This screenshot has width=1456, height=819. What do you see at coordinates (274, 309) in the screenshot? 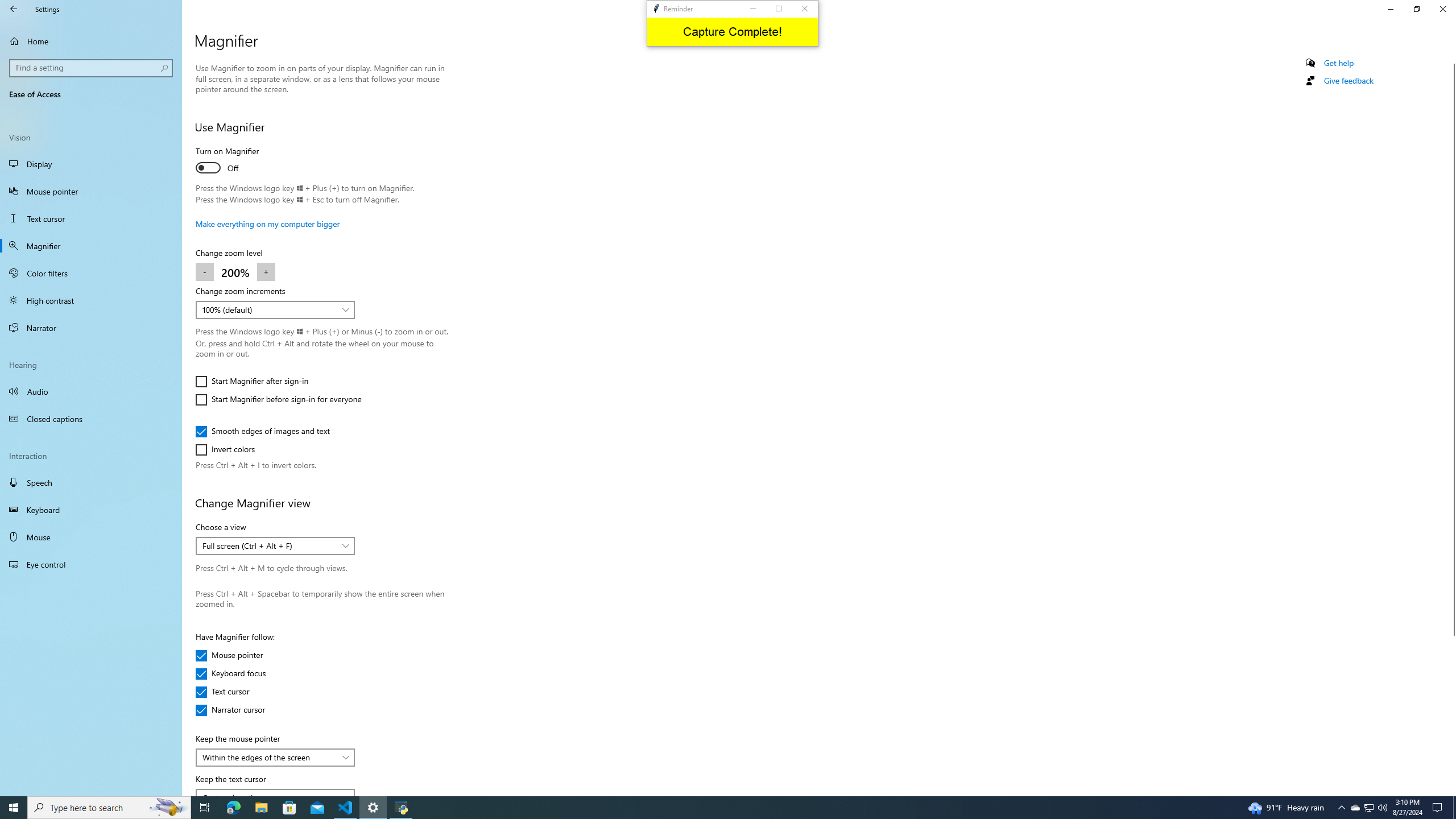
I see `'Change zoom increments'` at bounding box center [274, 309].